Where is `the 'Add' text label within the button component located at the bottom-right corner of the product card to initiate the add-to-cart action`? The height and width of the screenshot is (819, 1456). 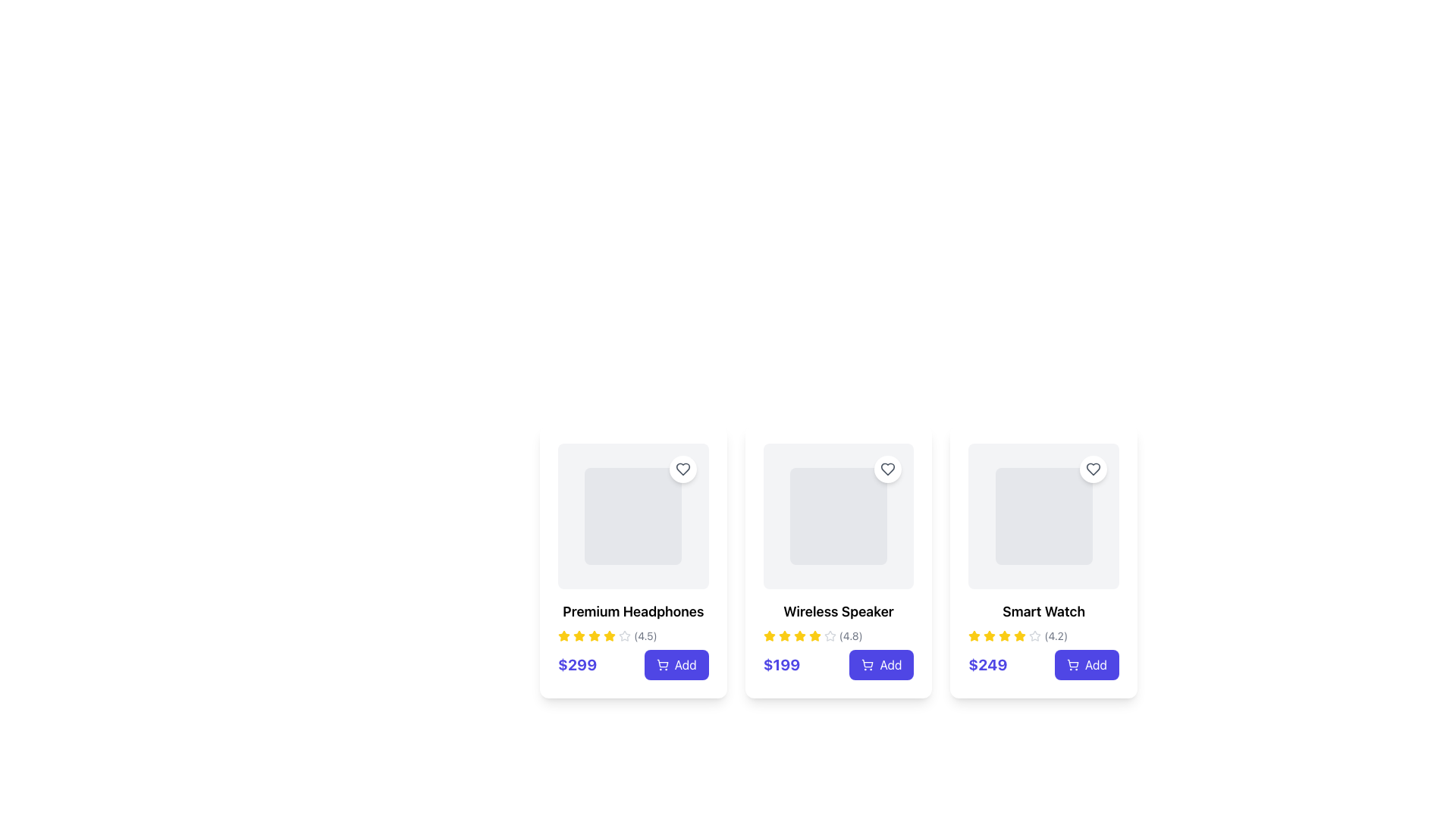 the 'Add' text label within the button component located at the bottom-right corner of the product card to initiate the add-to-cart action is located at coordinates (684, 664).